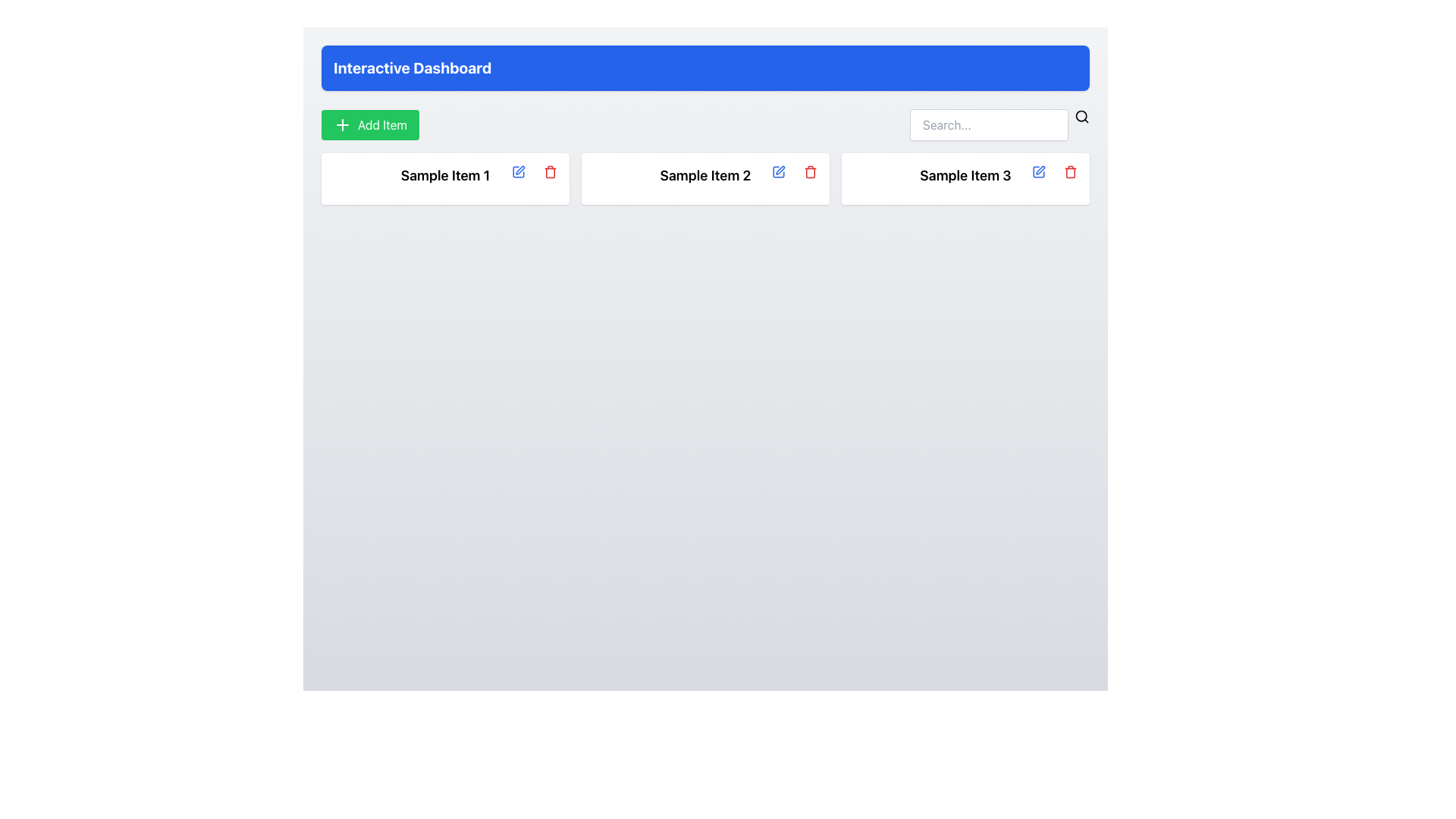 This screenshot has height=819, width=1456. What do you see at coordinates (1040, 170) in the screenshot?
I see `the edit icon, which is a small SVG icon resembling a pen, located to the right of the text 'Sample Item 3' in the interface layout` at bounding box center [1040, 170].